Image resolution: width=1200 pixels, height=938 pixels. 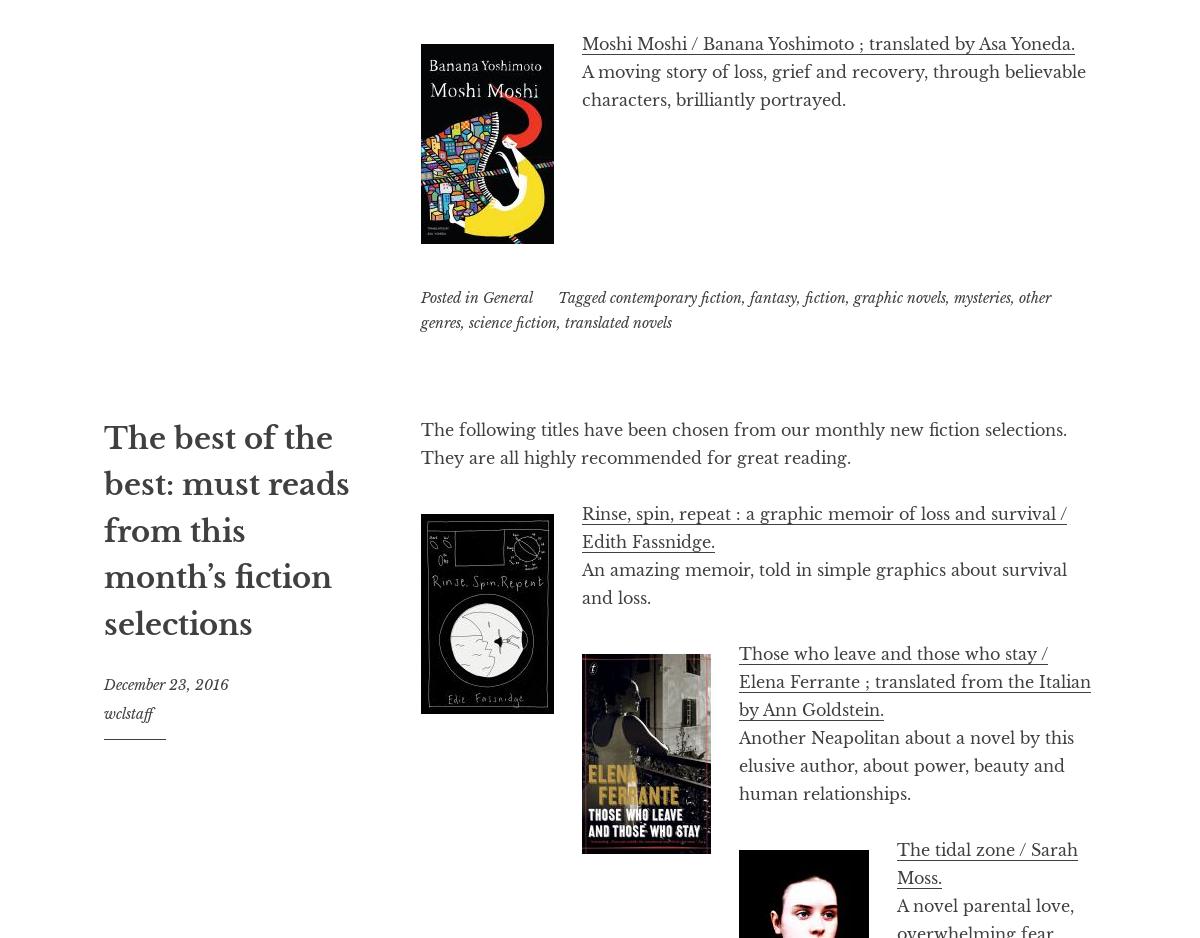 I want to click on 'Rinse, spin, repeat : a graphic memoir of loss and survival / Edith Fassnidge.', so click(x=823, y=525).